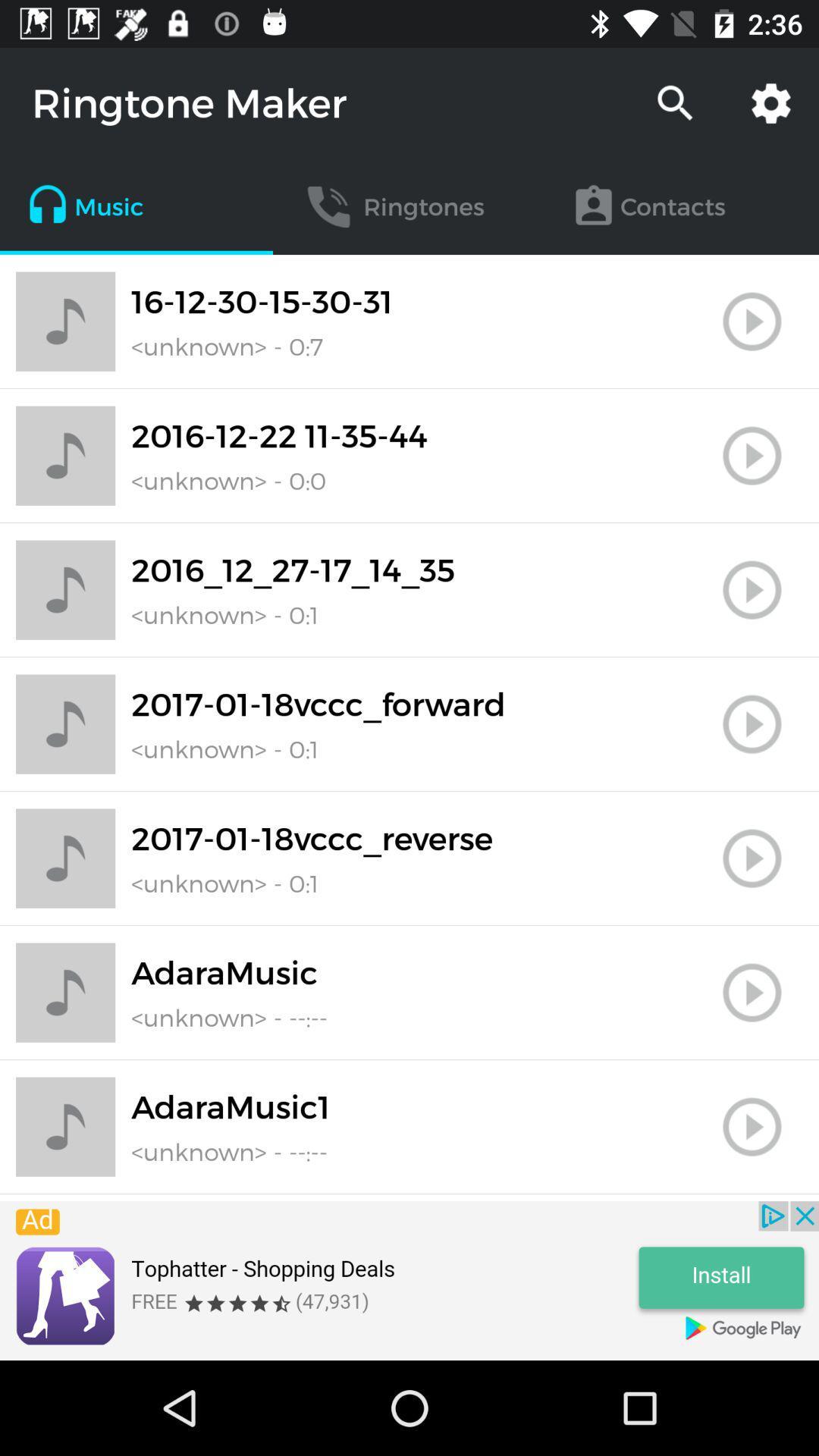 This screenshot has height=1456, width=819. What do you see at coordinates (752, 993) in the screenshot?
I see `file` at bounding box center [752, 993].